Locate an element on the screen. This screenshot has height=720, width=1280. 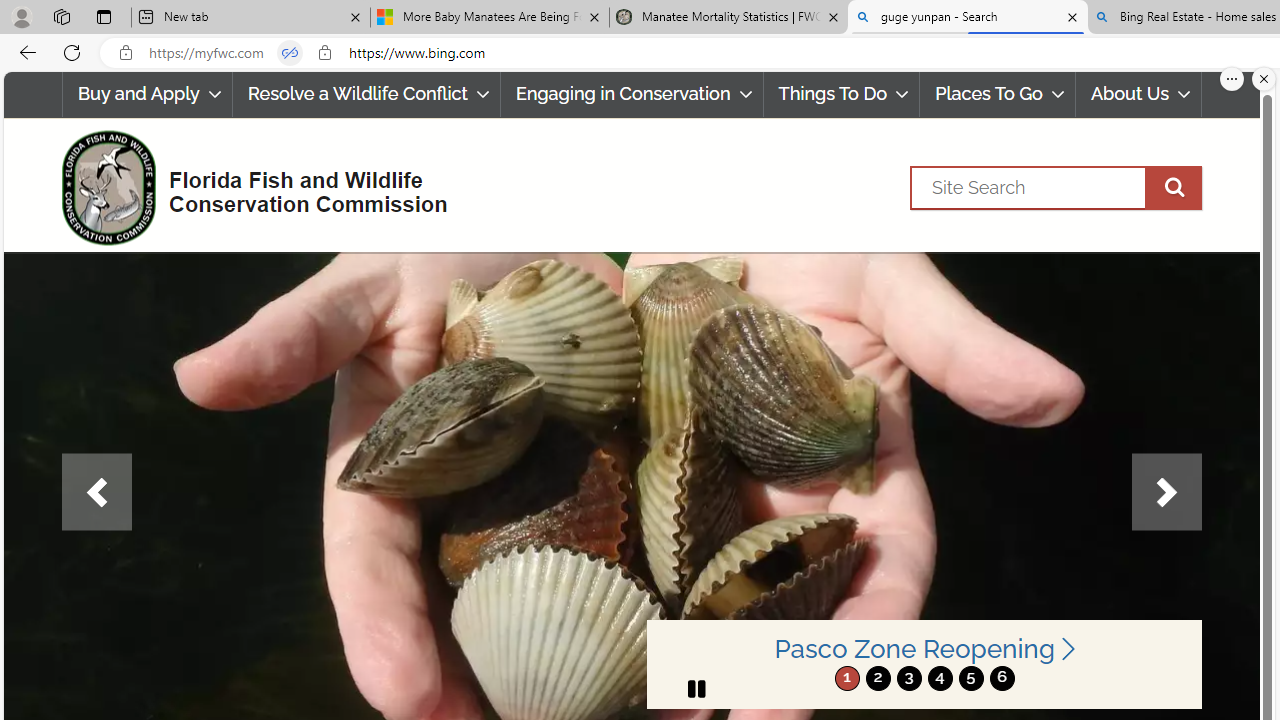
'1' is located at coordinates (847, 677).